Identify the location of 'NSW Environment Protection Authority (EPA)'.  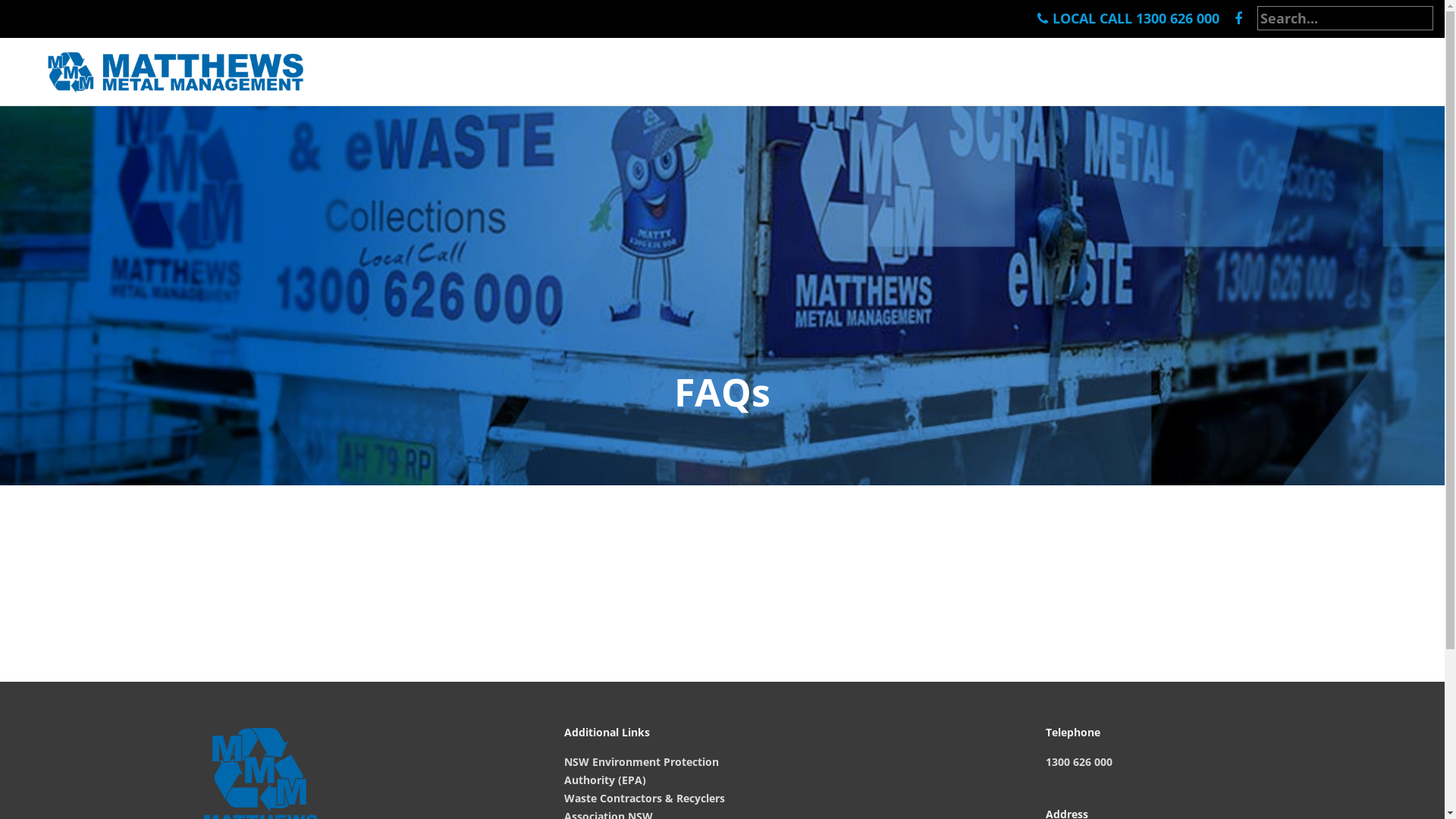
(563, 771).